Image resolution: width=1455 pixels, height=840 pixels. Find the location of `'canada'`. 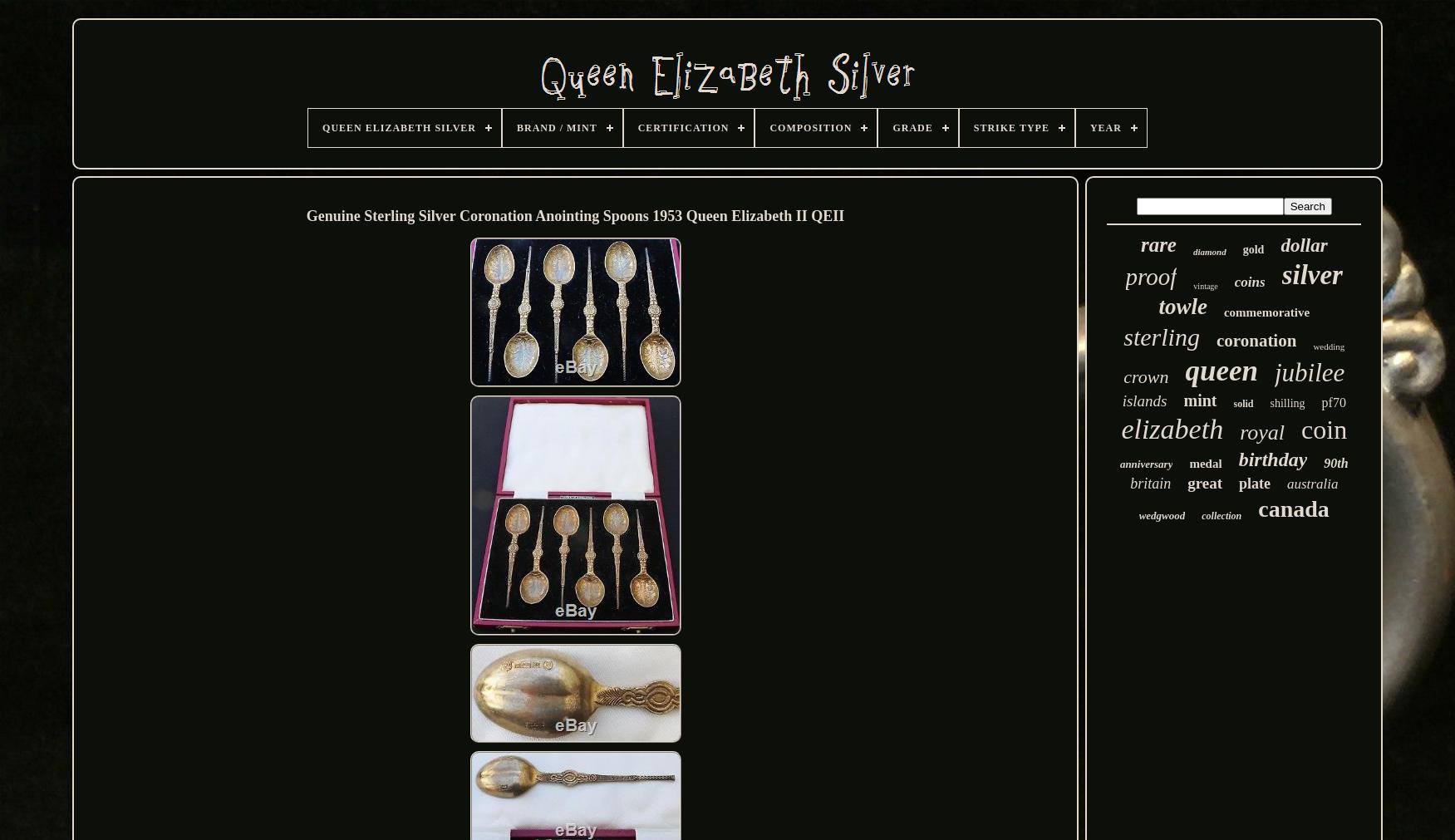

'canada' is located at coordinates (1257, 508).